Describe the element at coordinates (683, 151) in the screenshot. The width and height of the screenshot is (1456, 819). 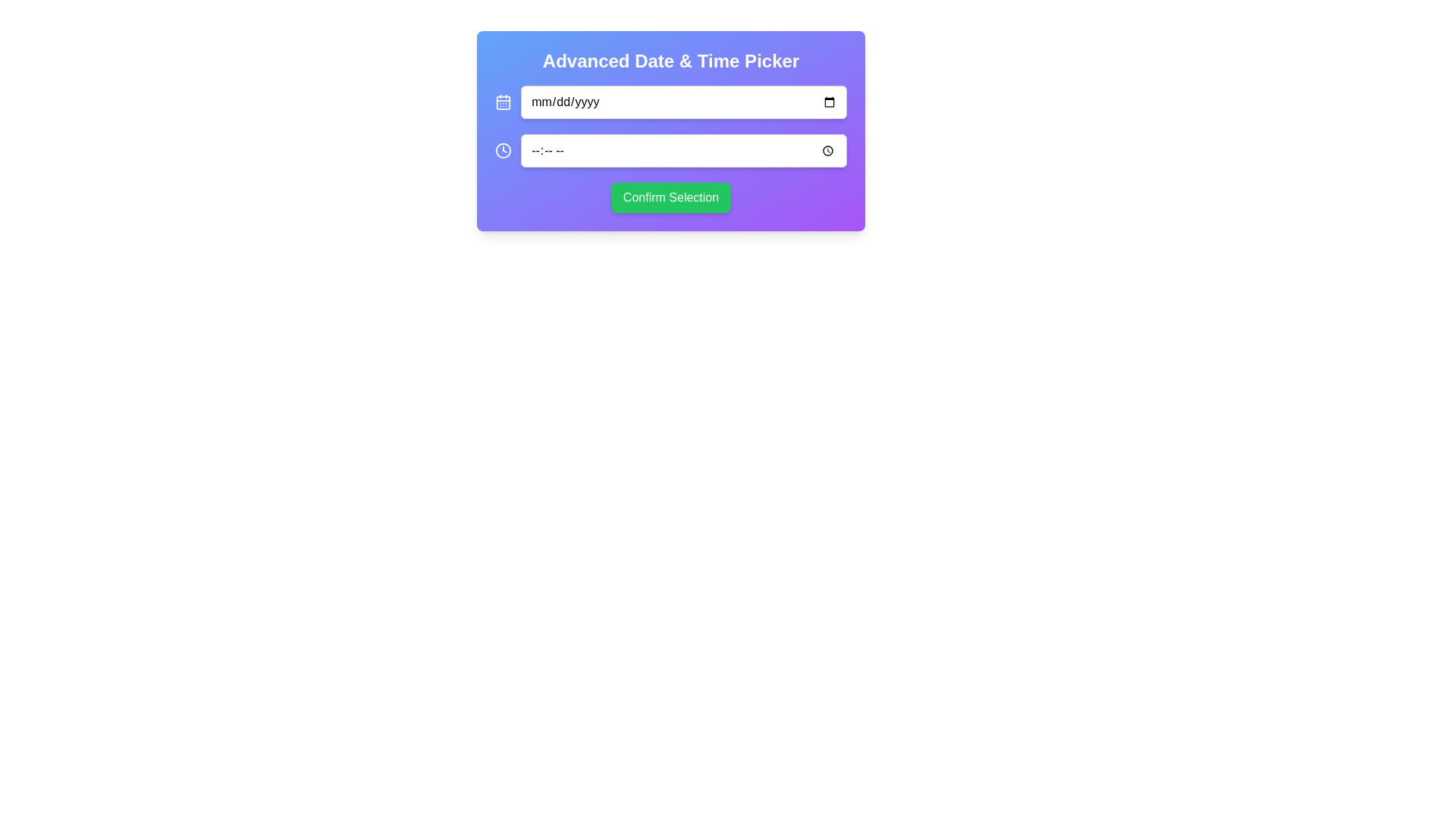
I see `the time picker associated with the time input field that is styled as a box with rounded corners and a shadow, located below the date input field` at that location.